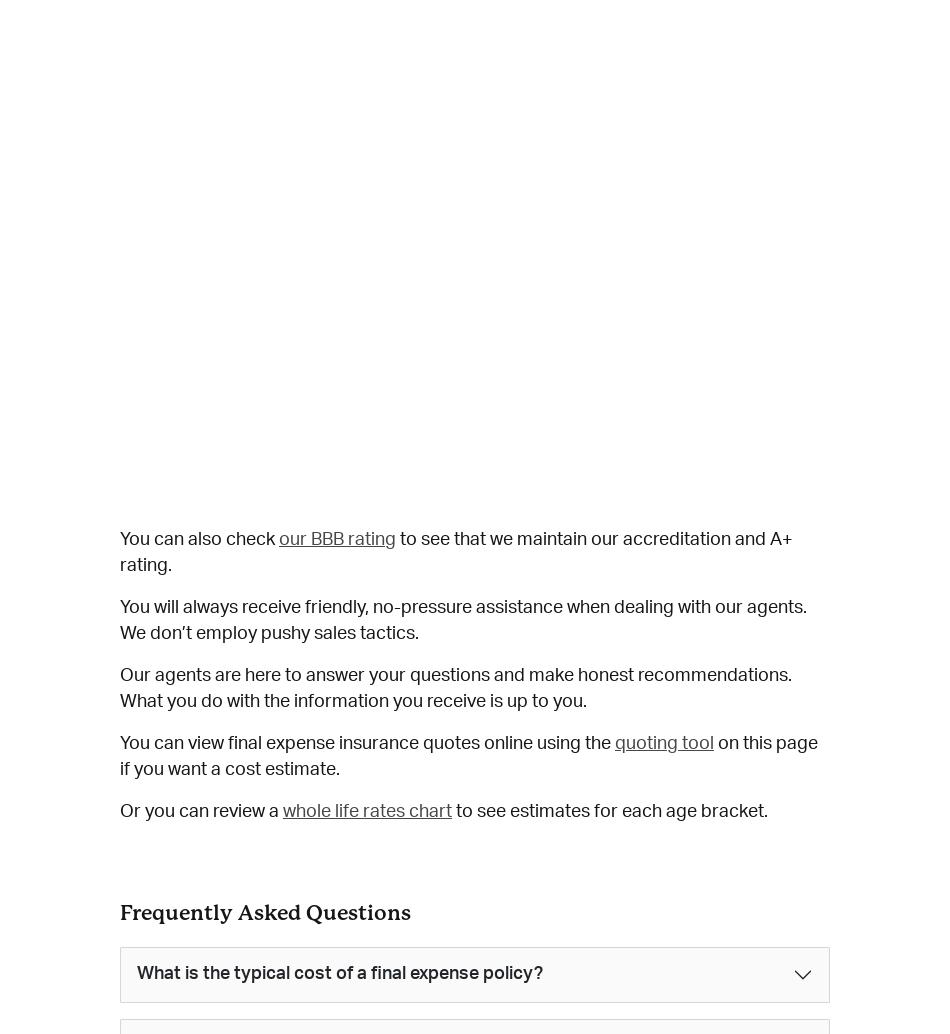  I want to click on 'quoting tool', so click(615, 743).